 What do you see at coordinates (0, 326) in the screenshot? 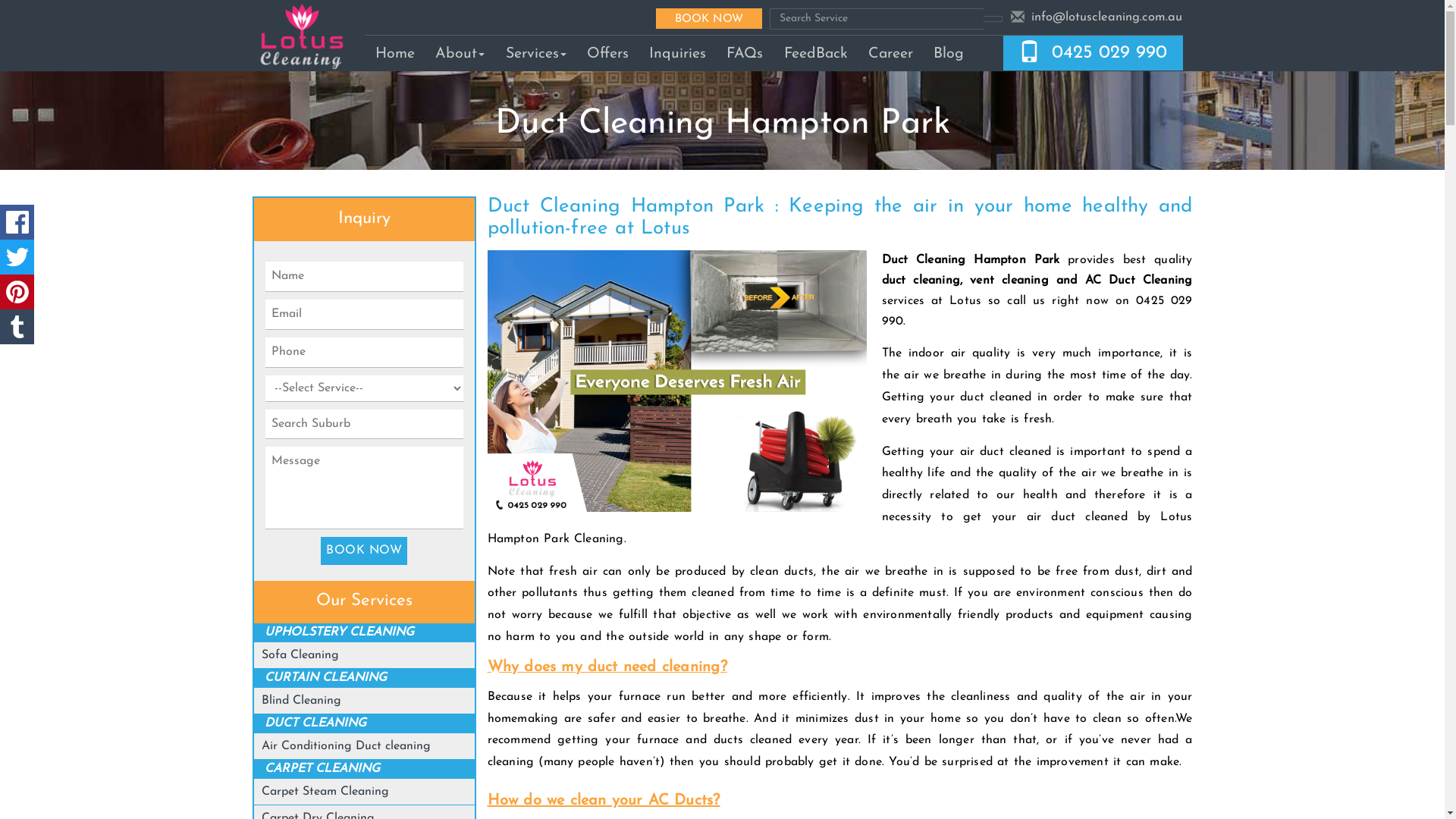
I see `'share with: tumblr'` at bounding box center [0, 326].